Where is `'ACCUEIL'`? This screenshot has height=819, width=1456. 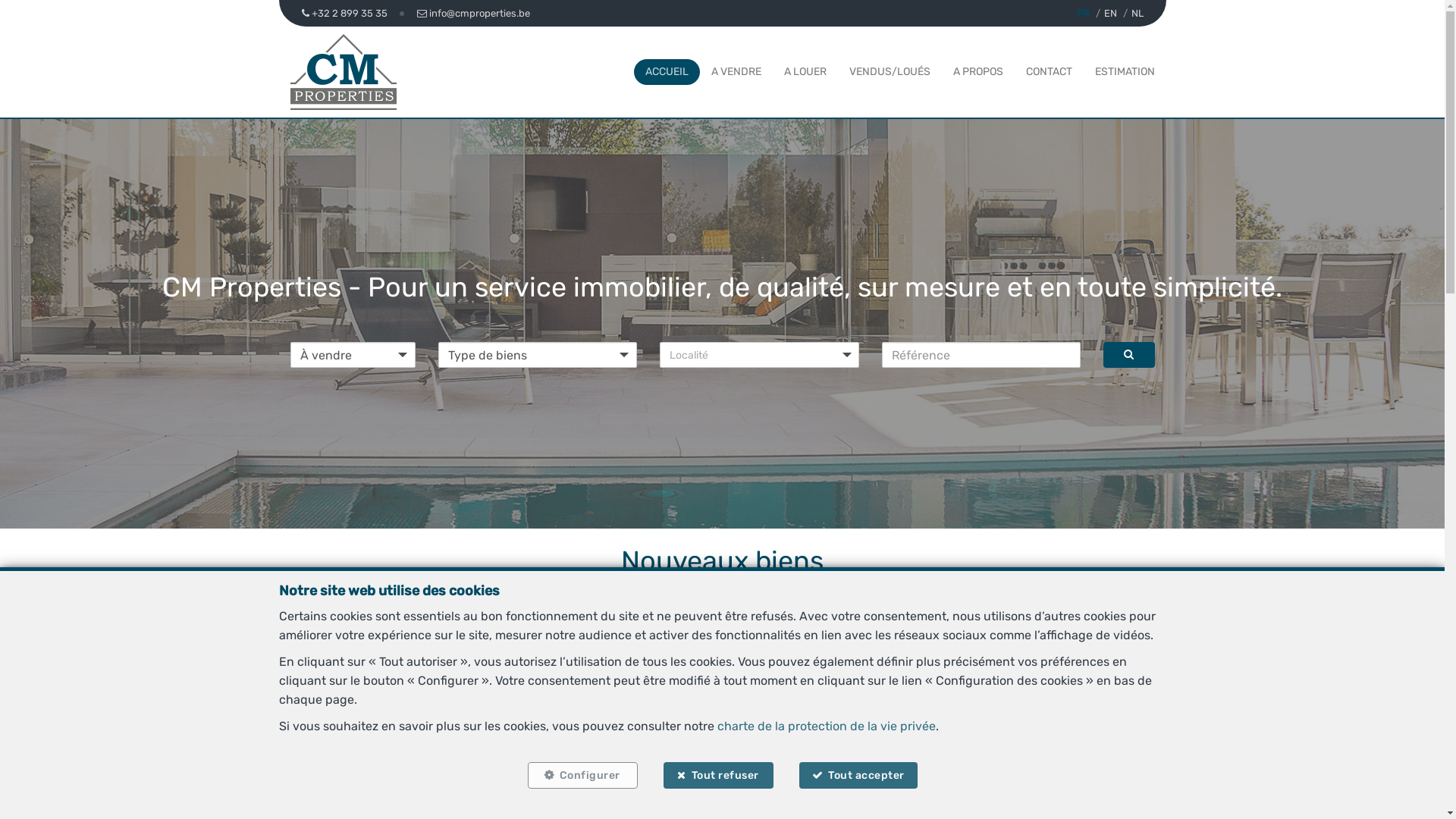 'ACCUEIL' is located at coordinates (666, 71).